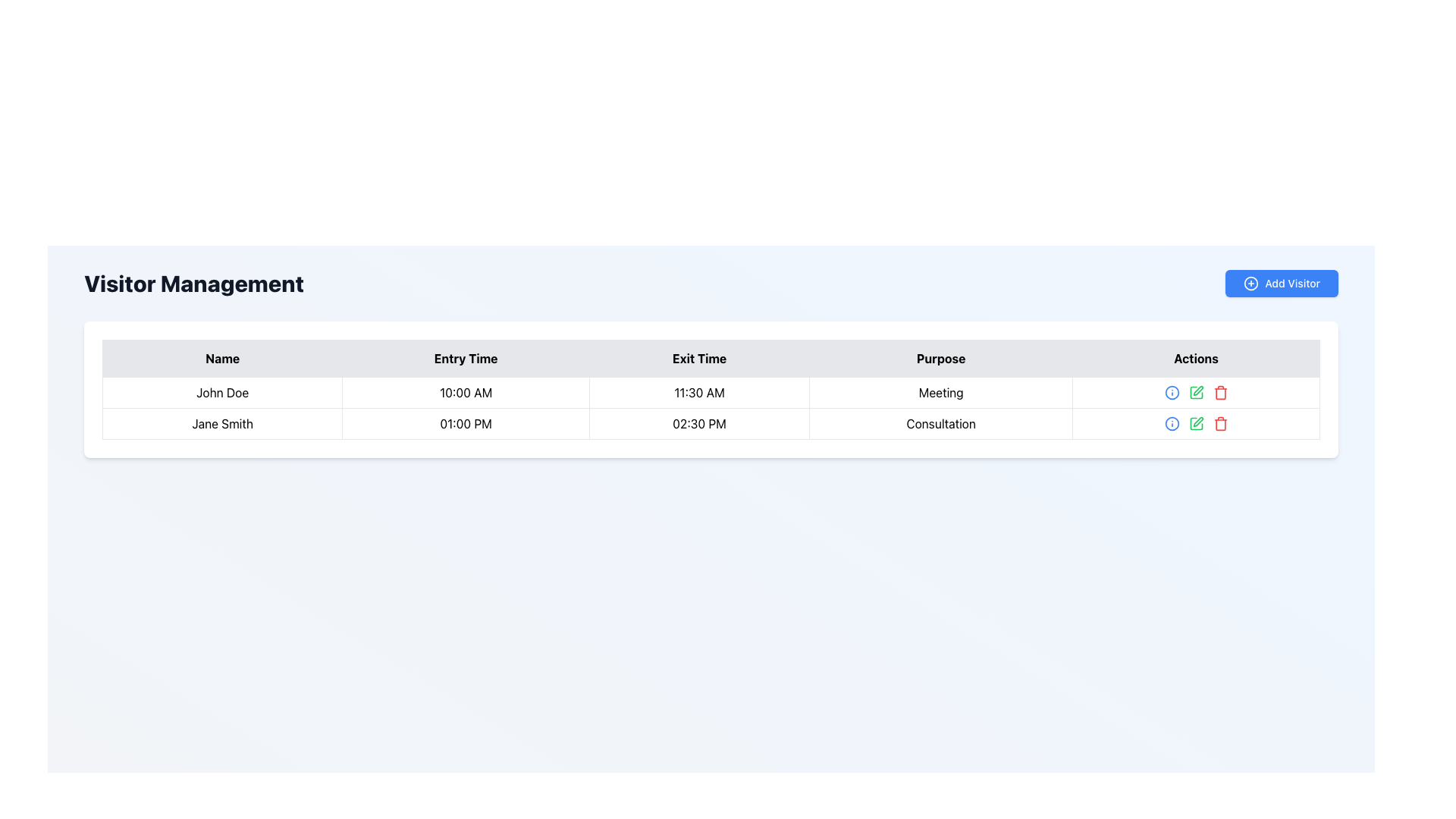 This screenshot has width=1456, height=819. What do you see at coordinates (1195, 424) in the screenshot?
I see `the edit button in the 'Actions' column of the second row of the table to initiate editing, located between a blue info icon and a red trash can icon` at bounding box center [1195, 424].